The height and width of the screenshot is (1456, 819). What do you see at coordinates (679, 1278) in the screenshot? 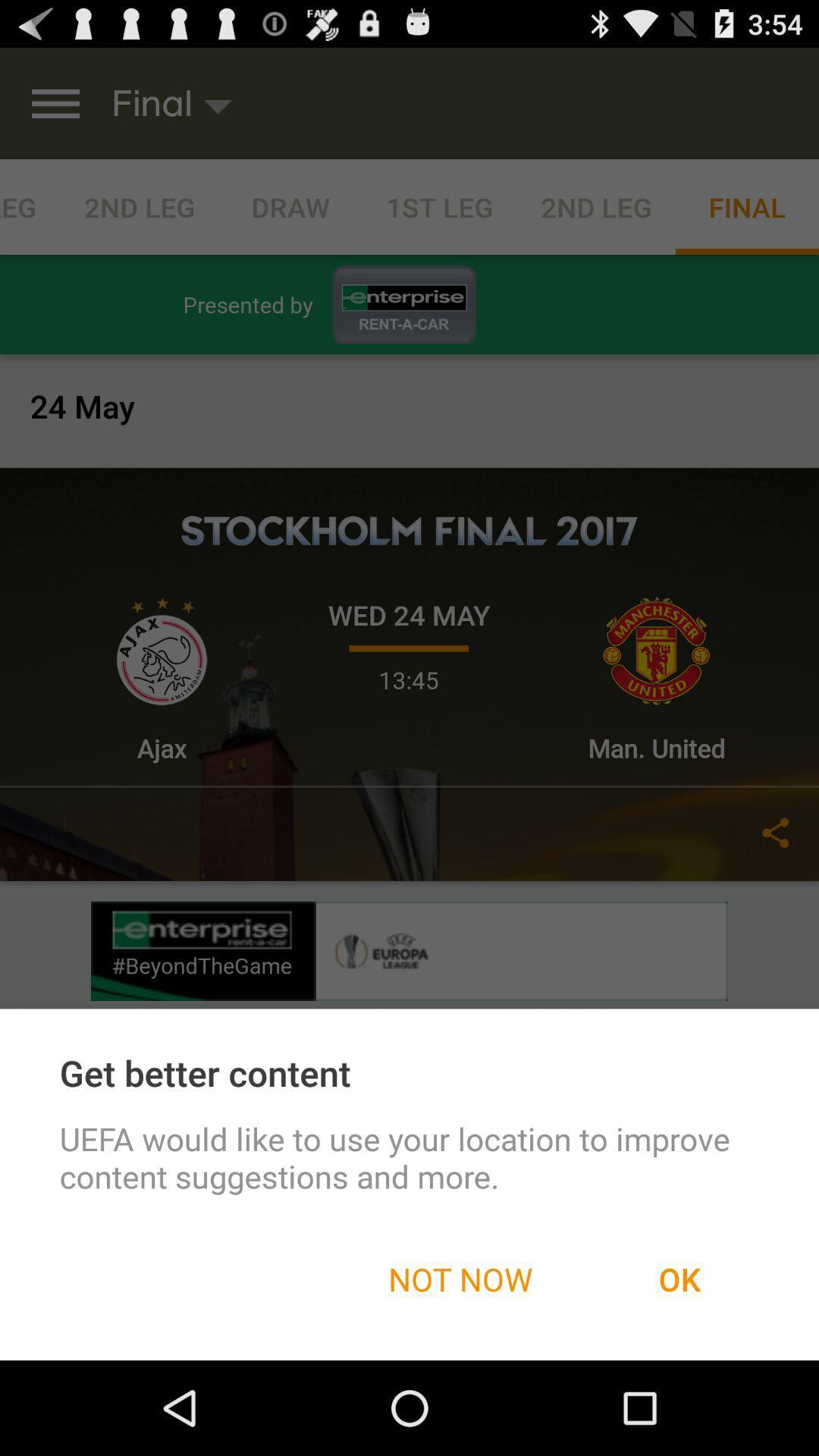
I see `the ok item` at bounding box center [679, 1278].